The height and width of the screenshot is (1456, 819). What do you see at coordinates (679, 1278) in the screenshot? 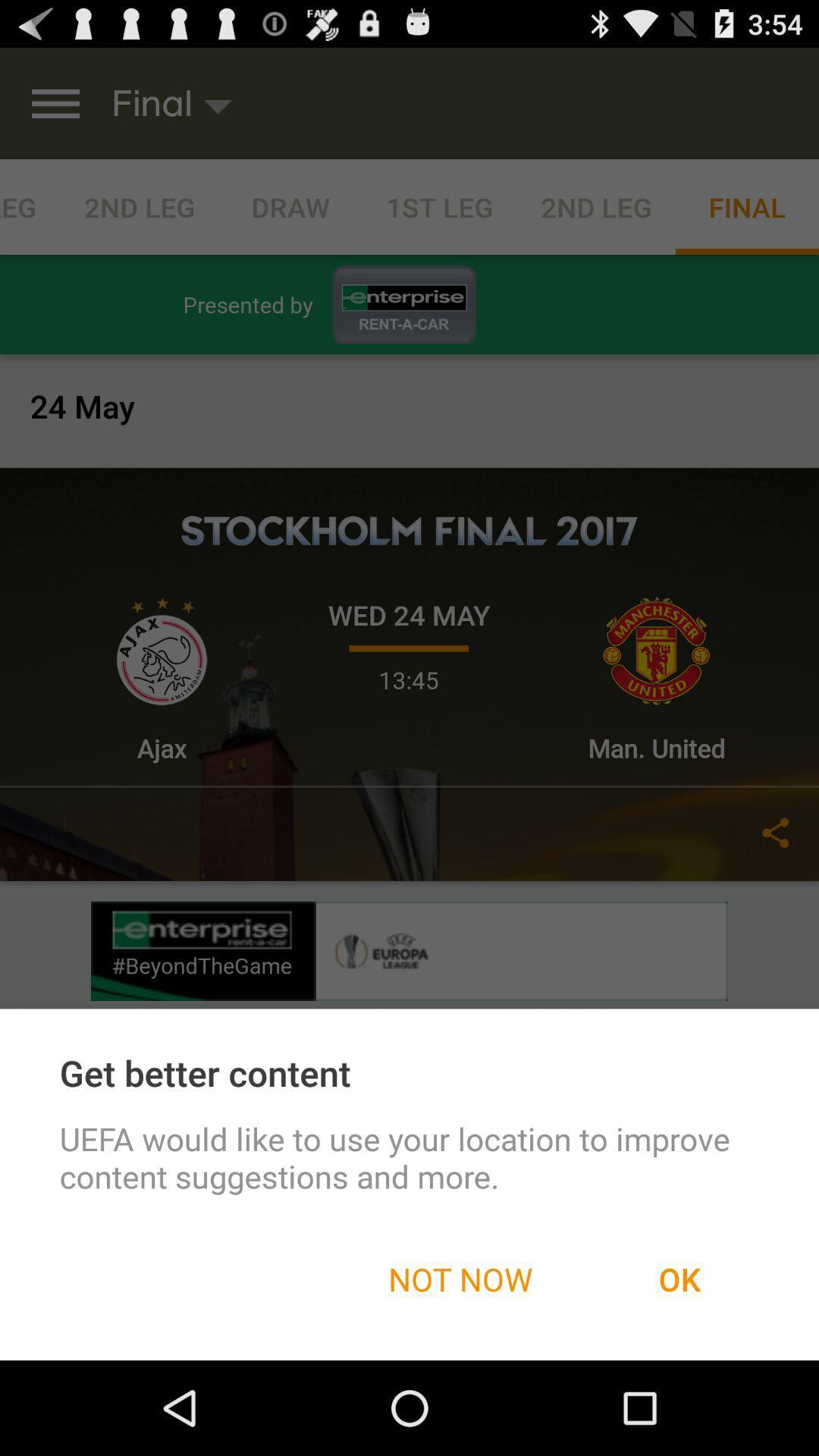
I see `the ok item` at bounding box center [679, 1278].